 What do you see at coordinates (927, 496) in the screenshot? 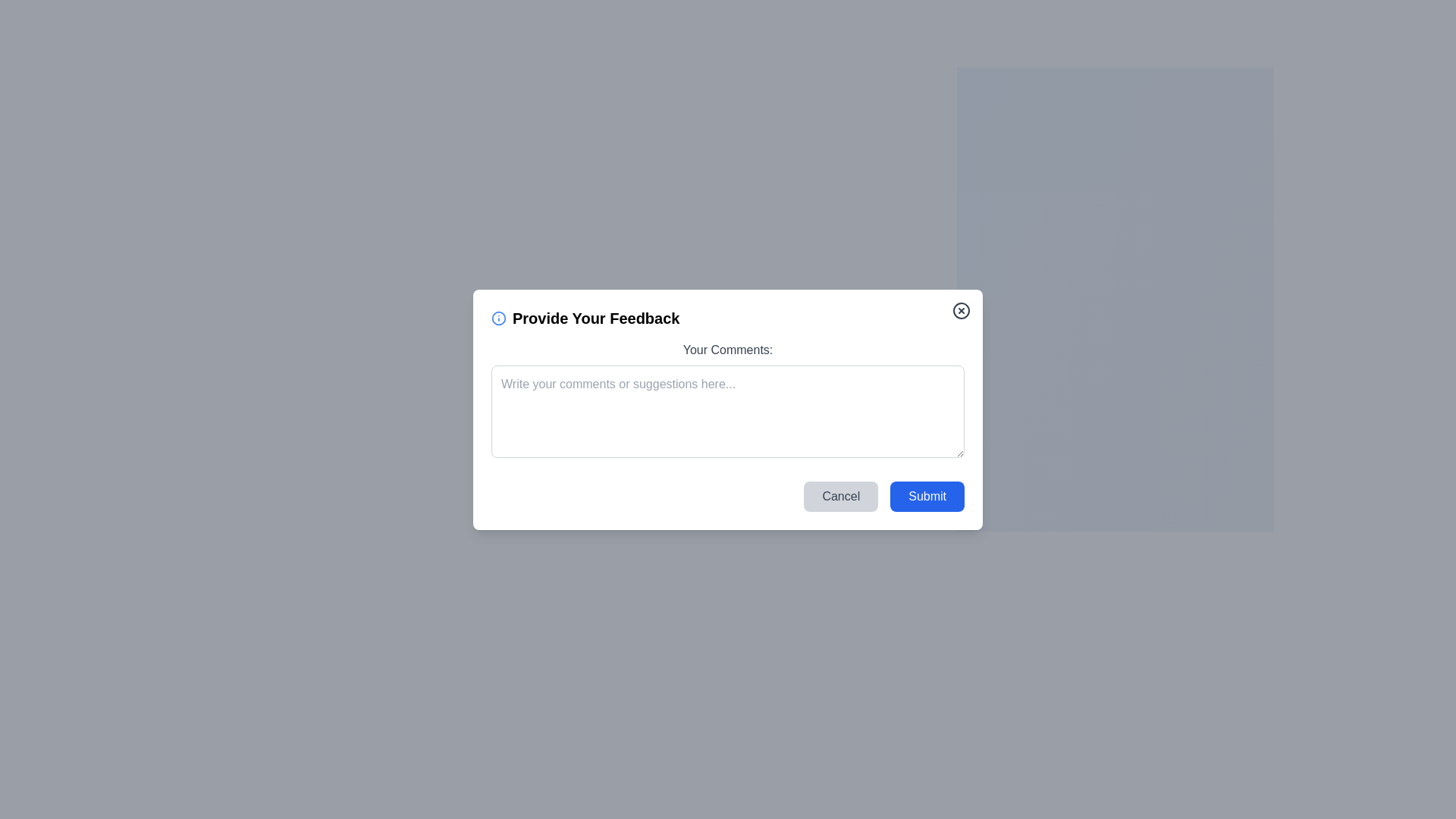
I see `the blue 'Submit' button with rounded corners located at the bottom-right corner of the feedback submission form` at bounding box center [927, 496].